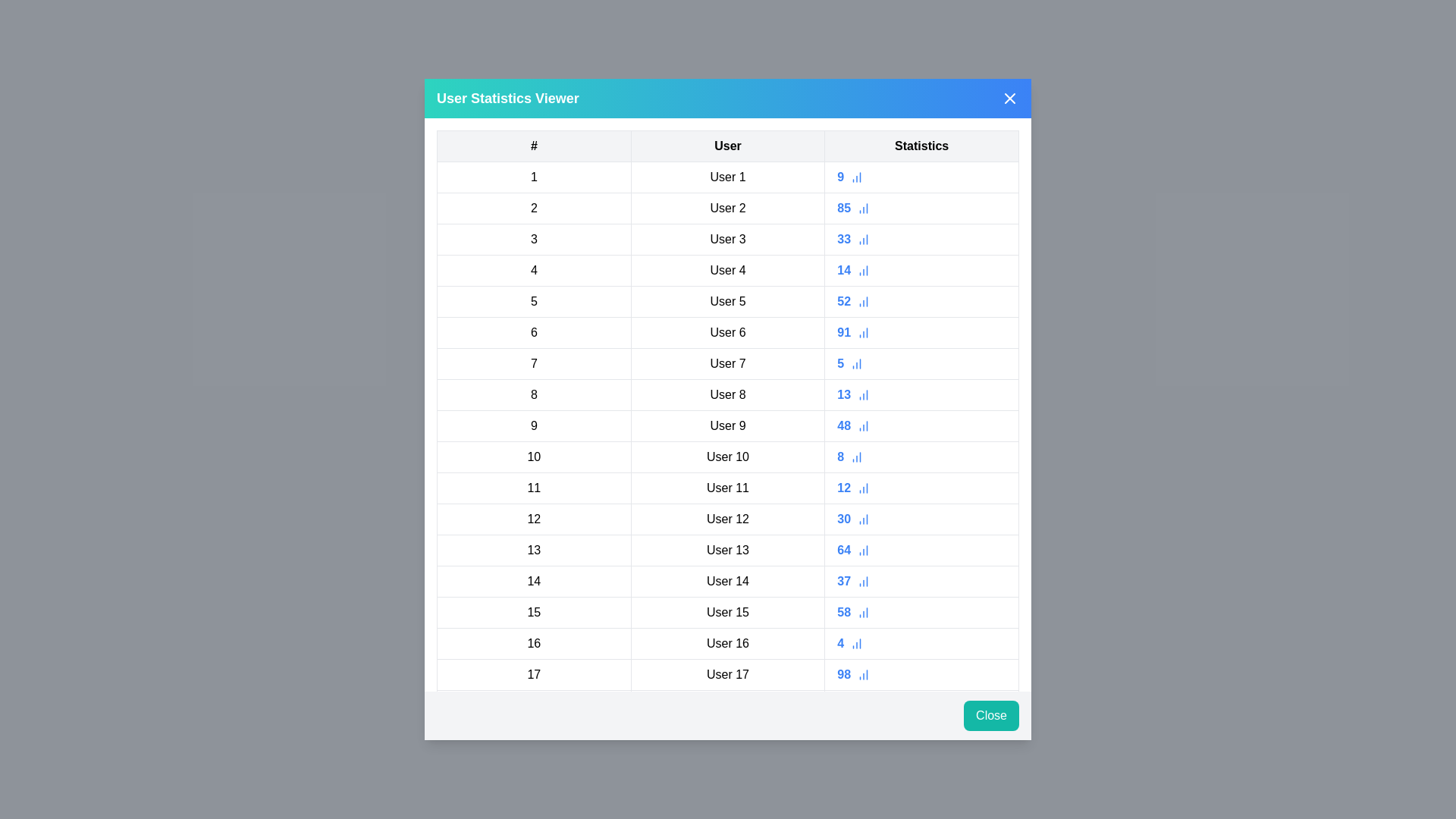 This screenshot has height=819, width=1456. What do you see at coordinates (990, 716) in the screenshot?
I see `the 'Close' button to close the dialog` at bounding box center [990, 716].